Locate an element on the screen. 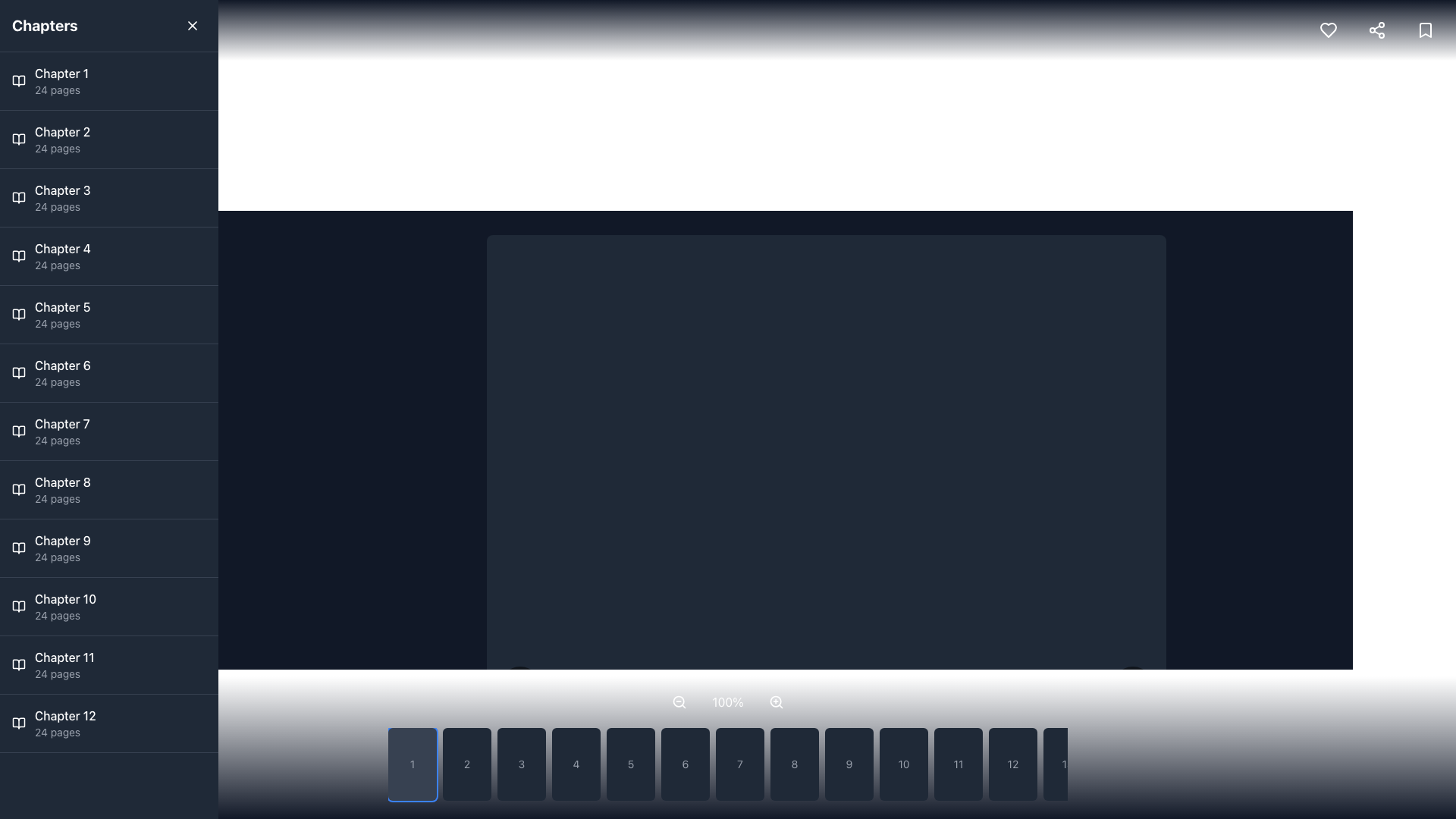  static text label that displays '24 pages', located just below the 'Chapter 3' header in the left-side menu panel is located at coordinates (61, 207).